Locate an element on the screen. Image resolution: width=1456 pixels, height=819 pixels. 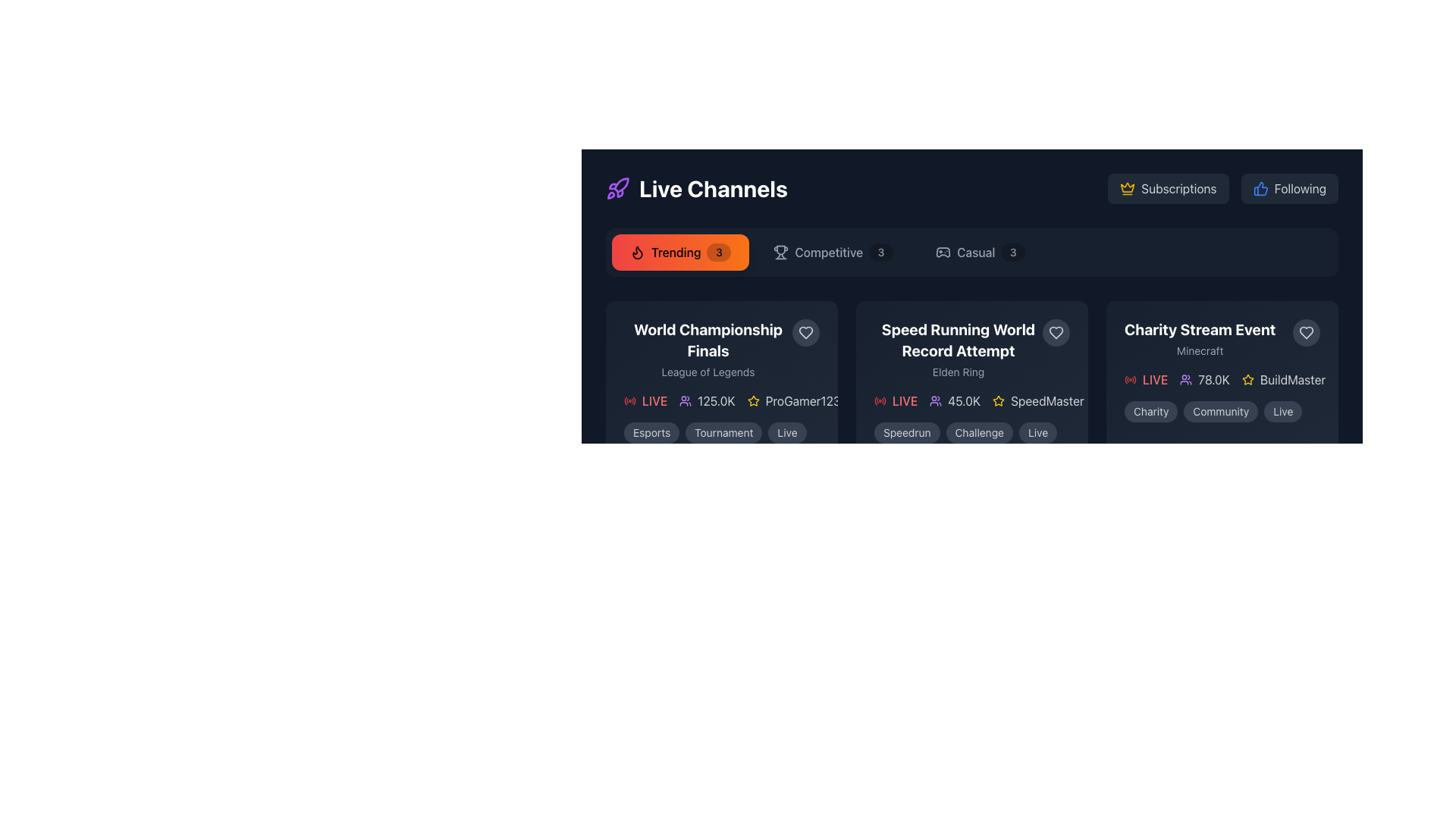
the non-interactive text label indicating the name of the game within the second card below the title 'Speed Running World Record Attempt' is located at coordinates (957, 372).